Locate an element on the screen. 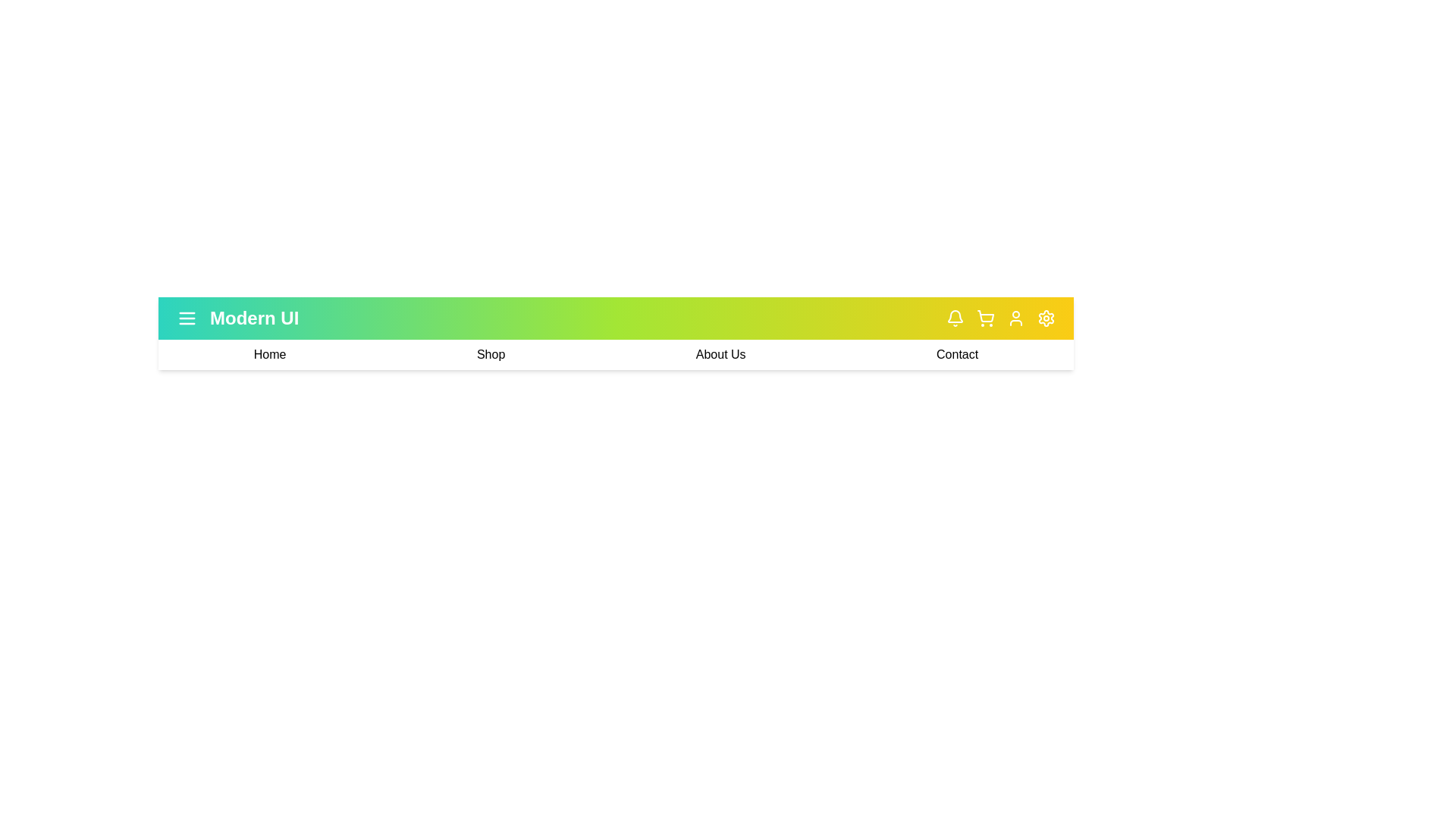  the 'About Us' navigation link is located at coordinates (720, 354).